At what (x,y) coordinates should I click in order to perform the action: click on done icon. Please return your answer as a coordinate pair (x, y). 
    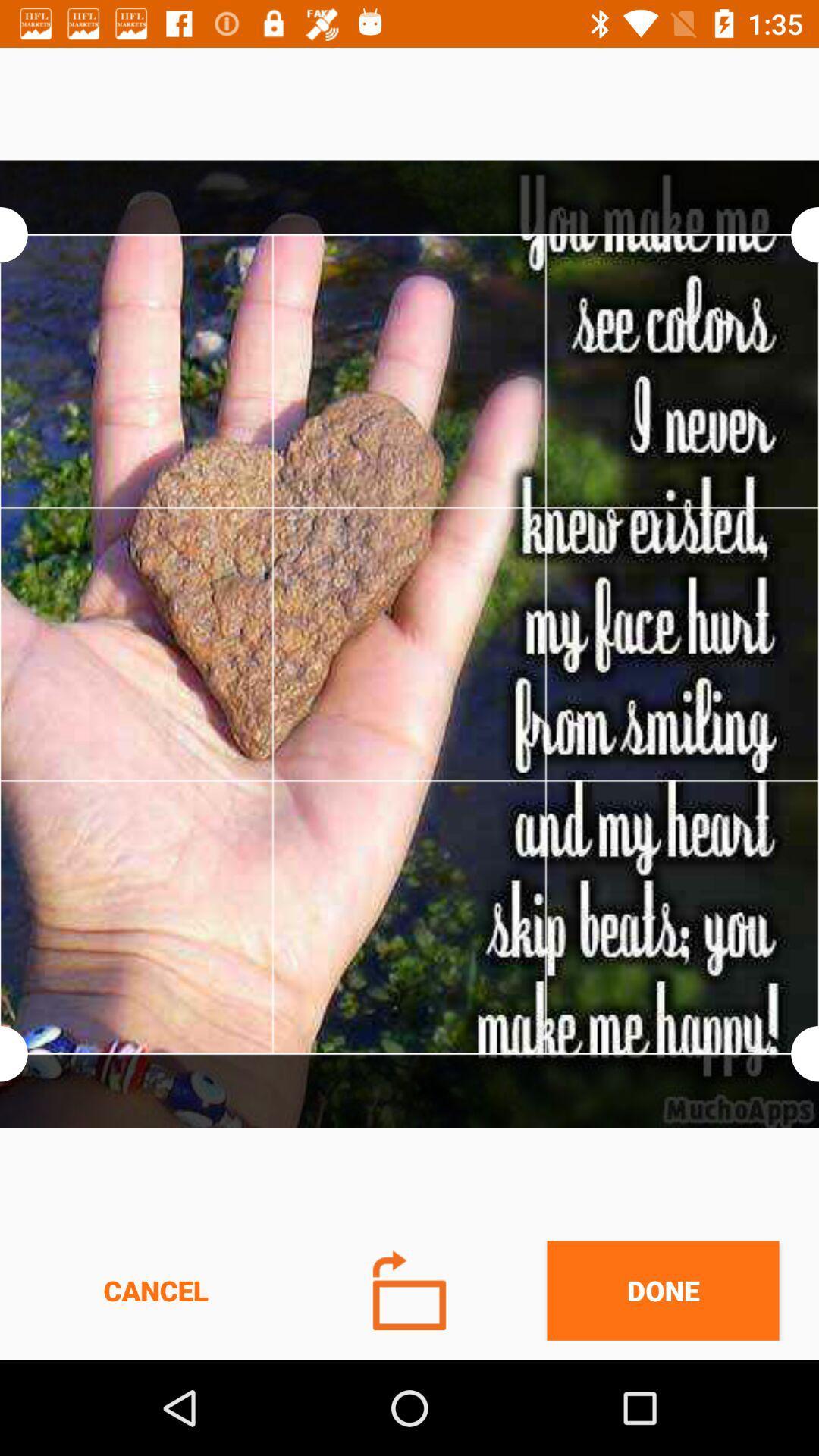
    Looking at the image, I should click on (662, 1290).